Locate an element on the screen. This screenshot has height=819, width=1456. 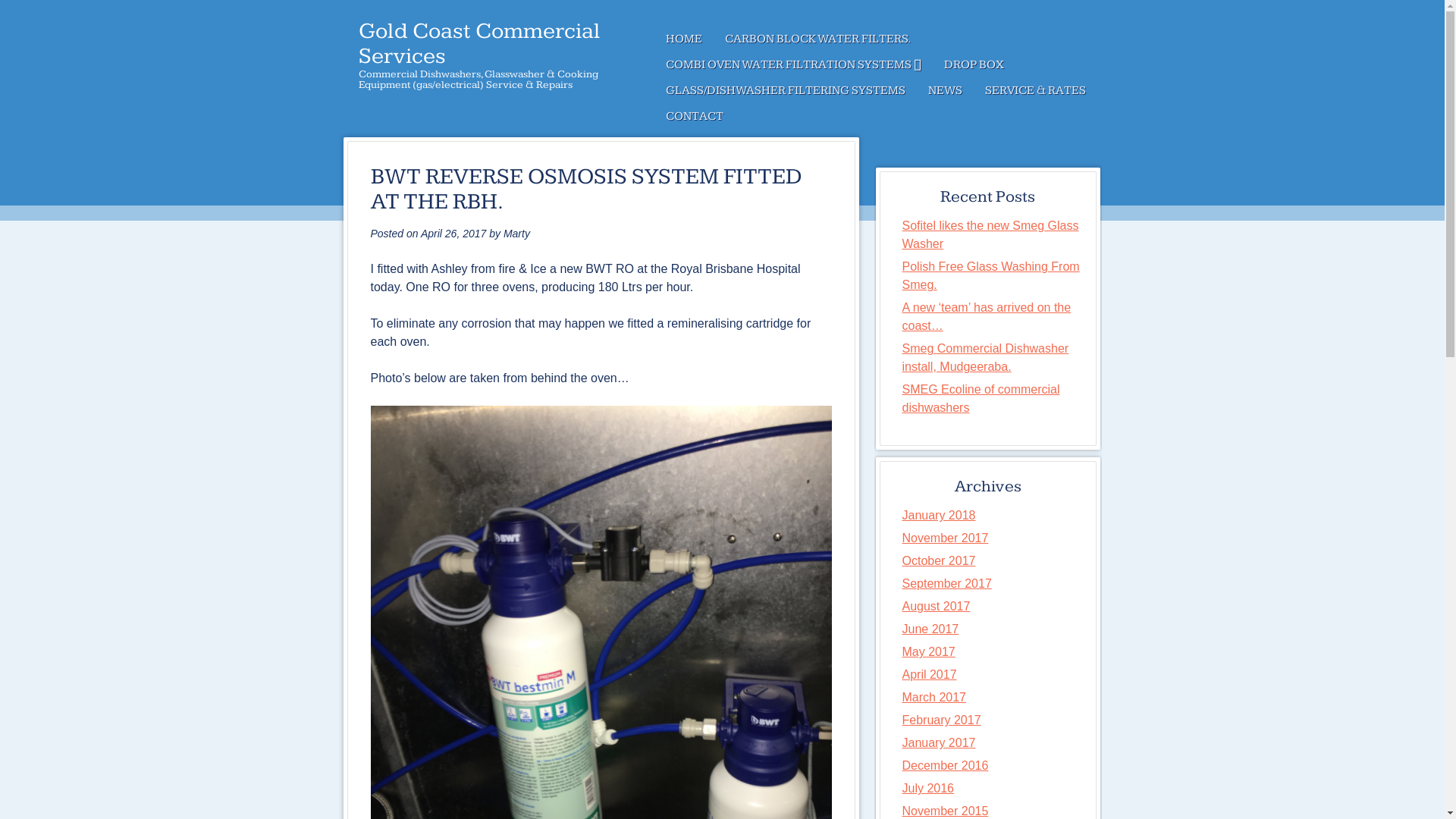
'August 2017' is located at coordinates (935, 605).